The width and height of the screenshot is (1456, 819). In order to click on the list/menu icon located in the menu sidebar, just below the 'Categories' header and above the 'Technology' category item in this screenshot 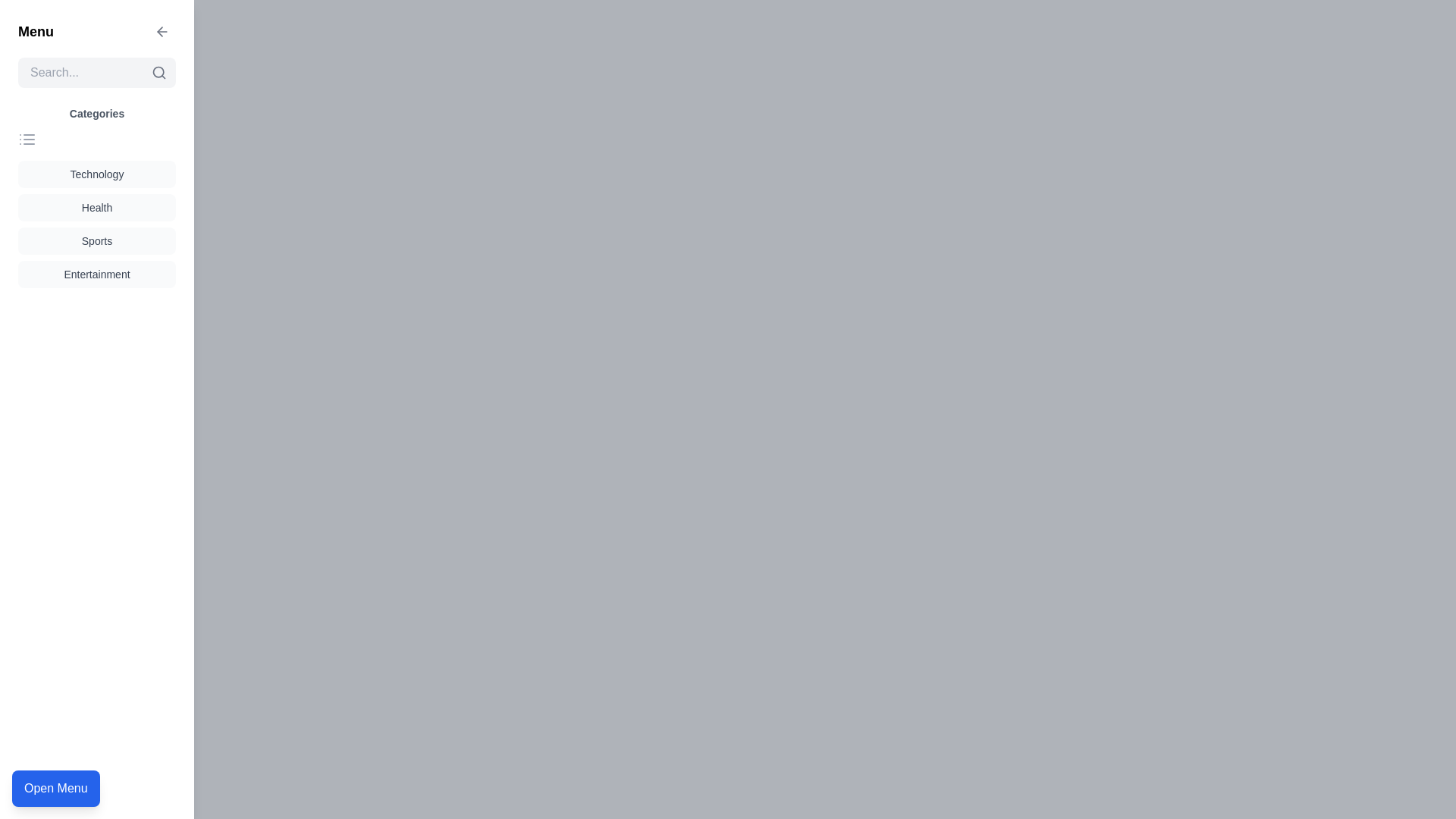, I will do `click(27, 140)`.